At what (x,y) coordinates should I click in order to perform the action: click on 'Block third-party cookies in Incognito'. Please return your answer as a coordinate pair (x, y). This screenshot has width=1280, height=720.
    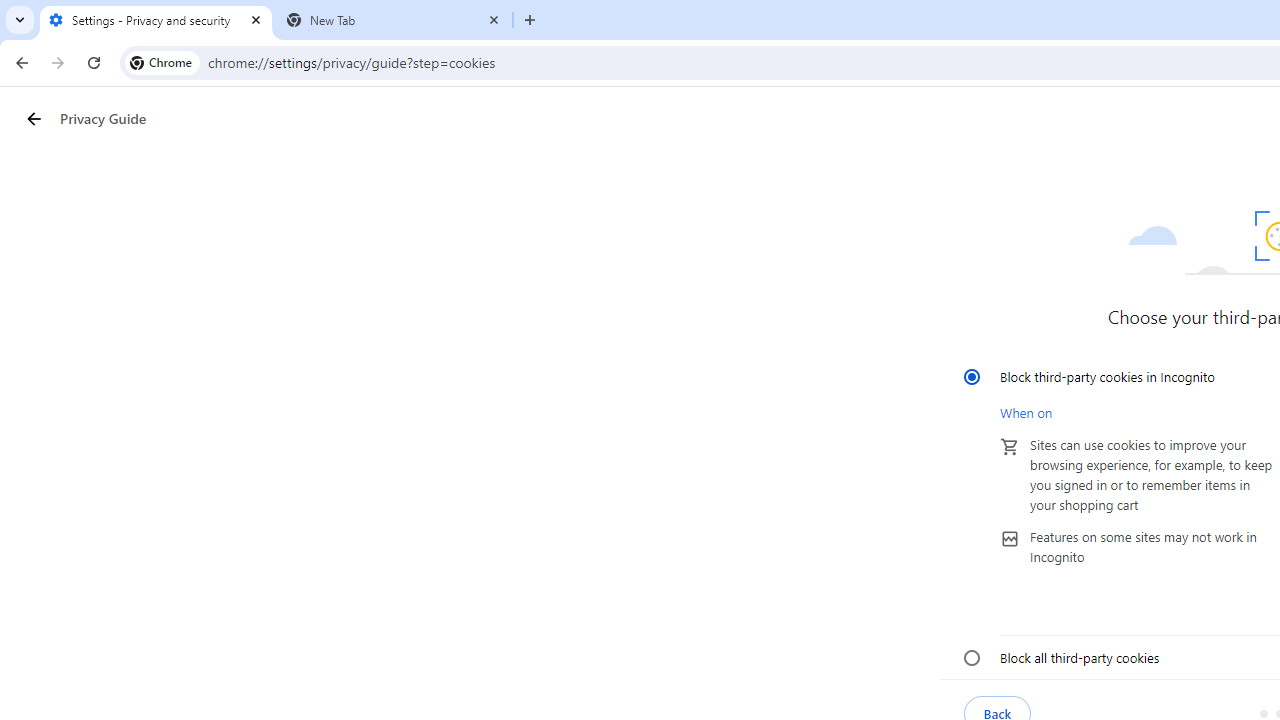
    Looking at the image, I should click on (972, 377).